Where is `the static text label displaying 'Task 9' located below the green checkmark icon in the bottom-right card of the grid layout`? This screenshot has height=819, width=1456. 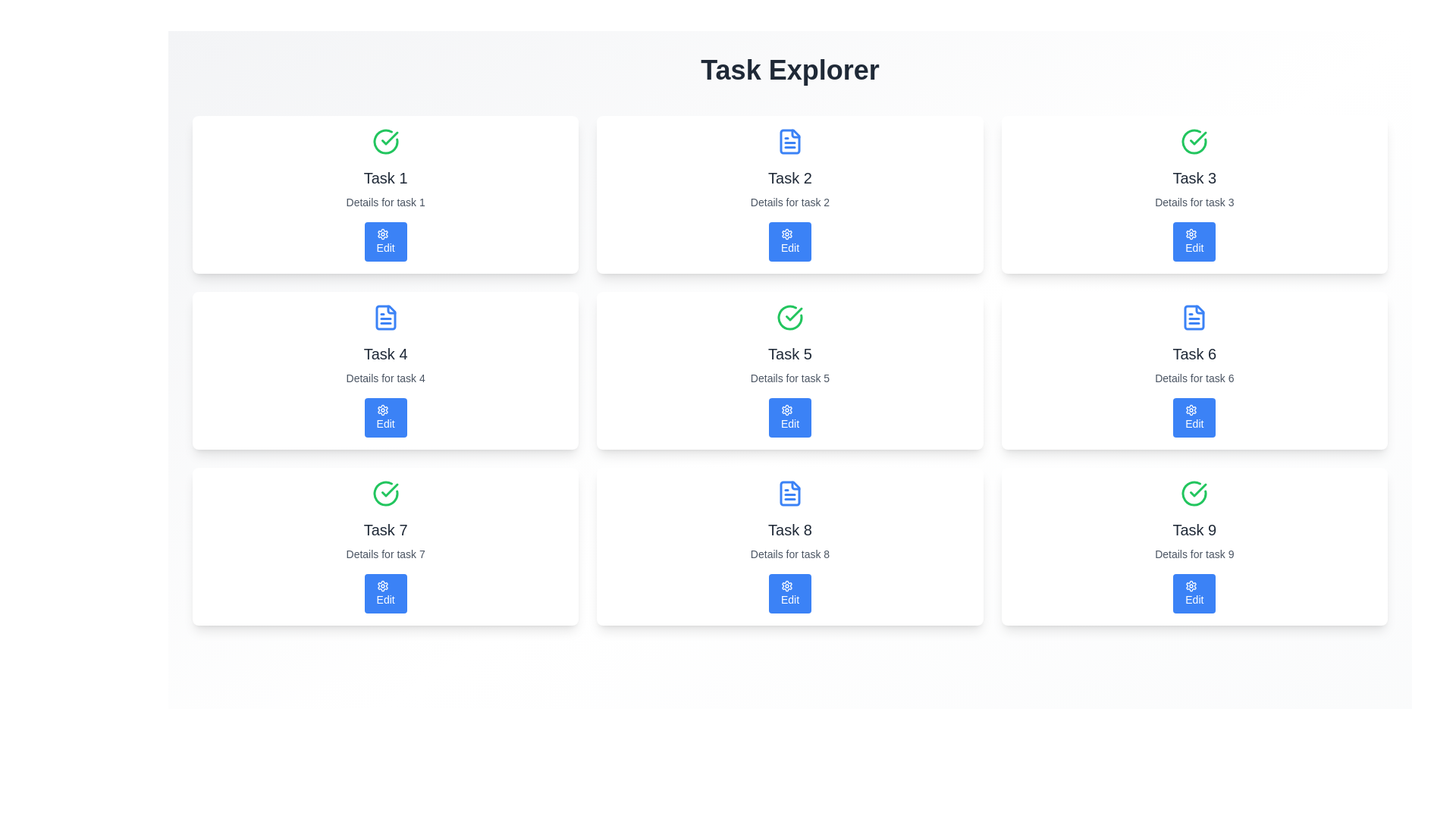 the static text label displaying 'Task 9' located below the green checkmark icon in the bottom-right card of the grid layout is located at coordinates (1194, 529).